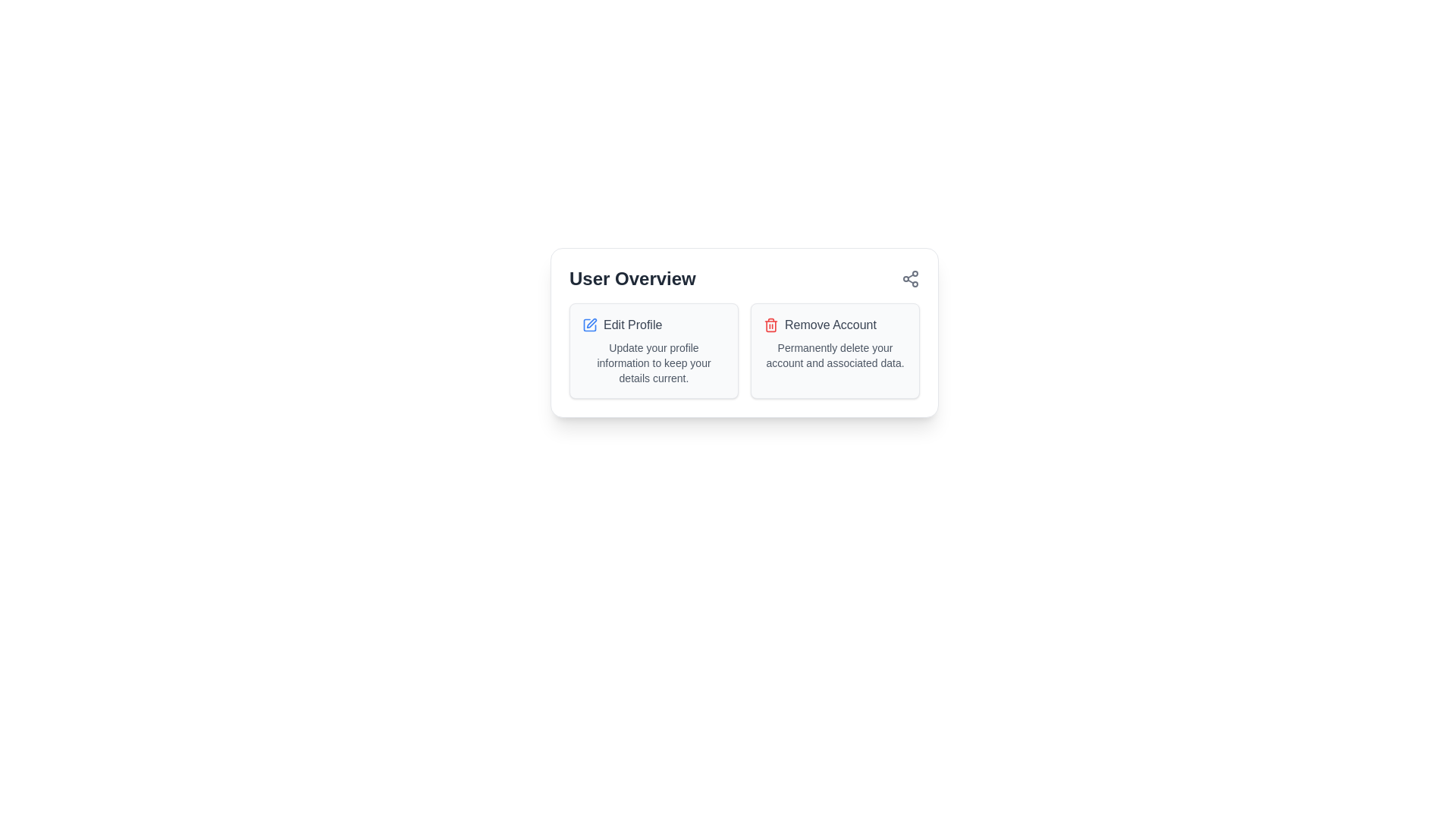 This screenshot has height=819, width=1456. What do you see at coordinates (632, 324) in the screenshot?
I see `the 'Edit Profile' text label located within the 'User Overview' section, which describes the associated action but is not interactive` at bounding box center [632, 324].